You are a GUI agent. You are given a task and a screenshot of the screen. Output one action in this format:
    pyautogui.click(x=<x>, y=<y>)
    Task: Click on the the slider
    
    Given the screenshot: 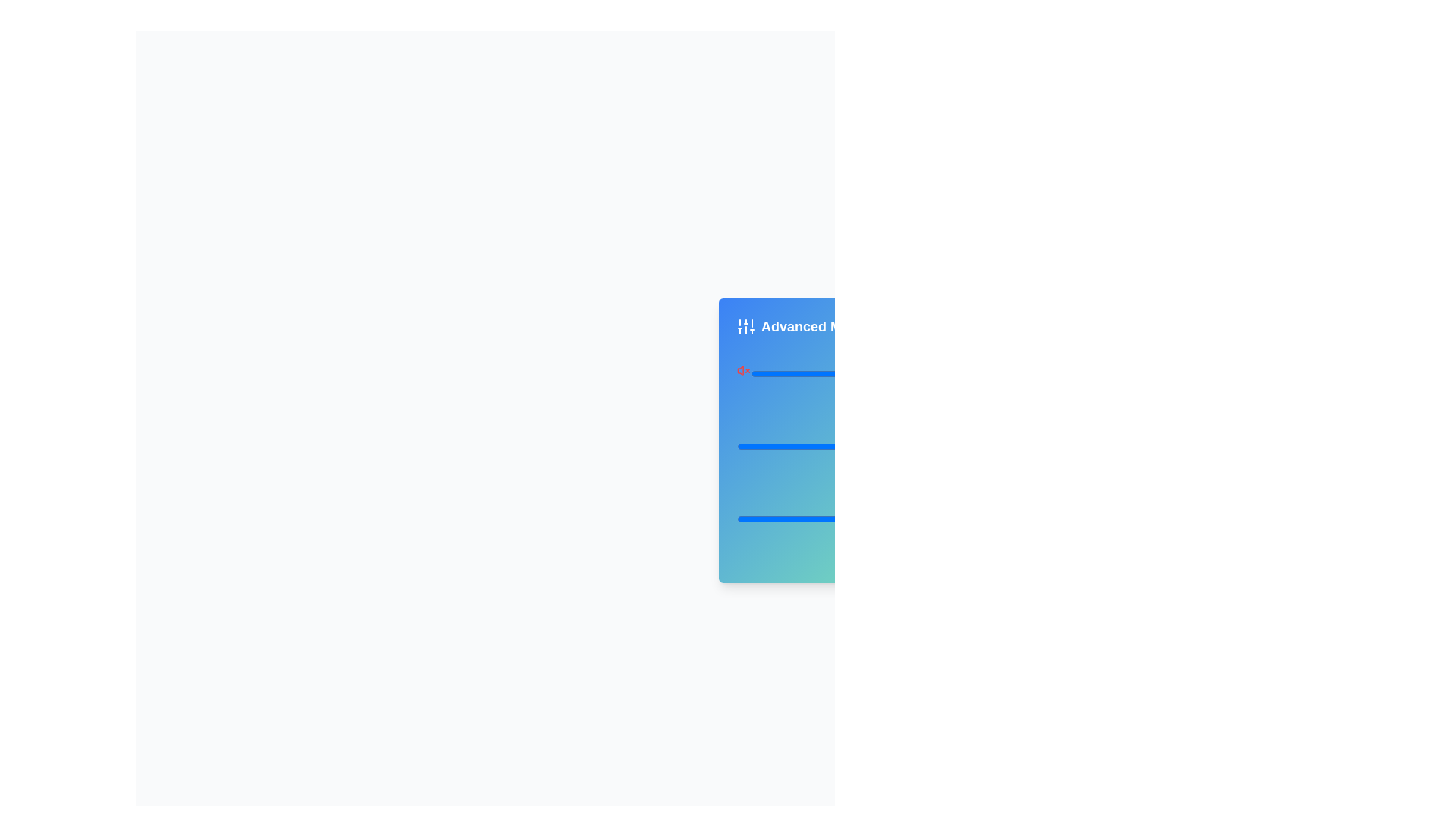 What is the action you would take?
    pyautogui.click(x=966, y=374)
    